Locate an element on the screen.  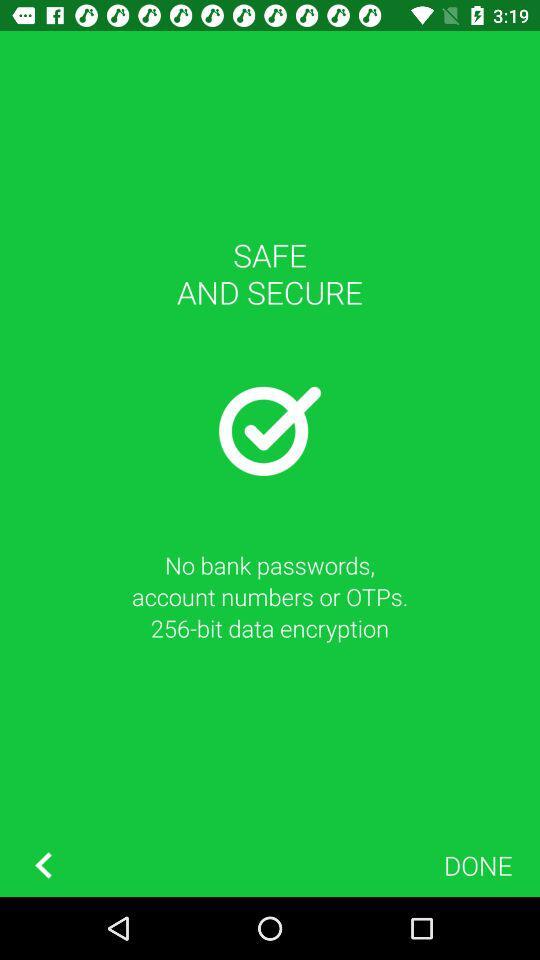
back is located at coordinates (43, 864).